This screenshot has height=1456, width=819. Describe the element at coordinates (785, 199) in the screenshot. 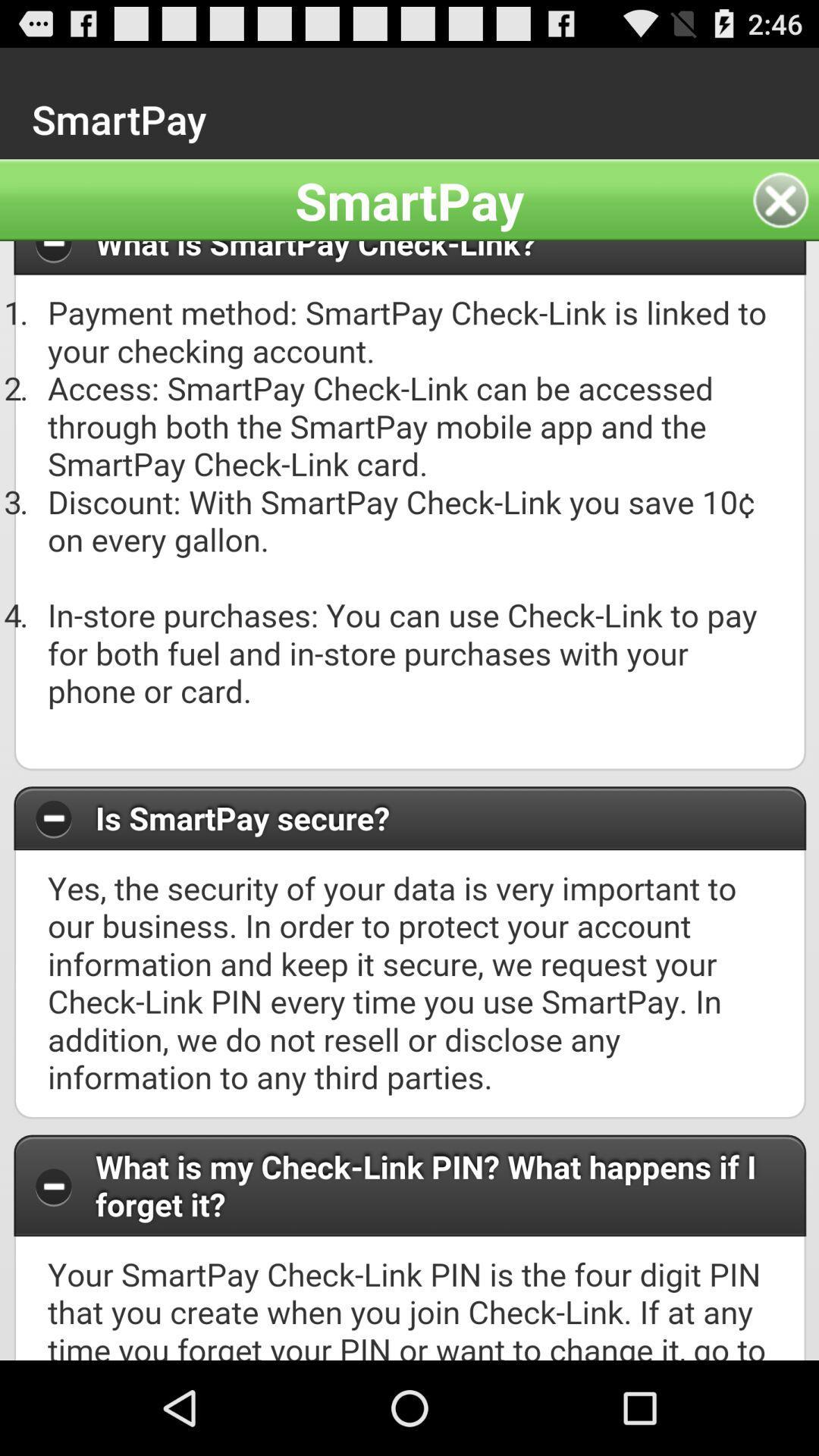

I see `x` at that location.